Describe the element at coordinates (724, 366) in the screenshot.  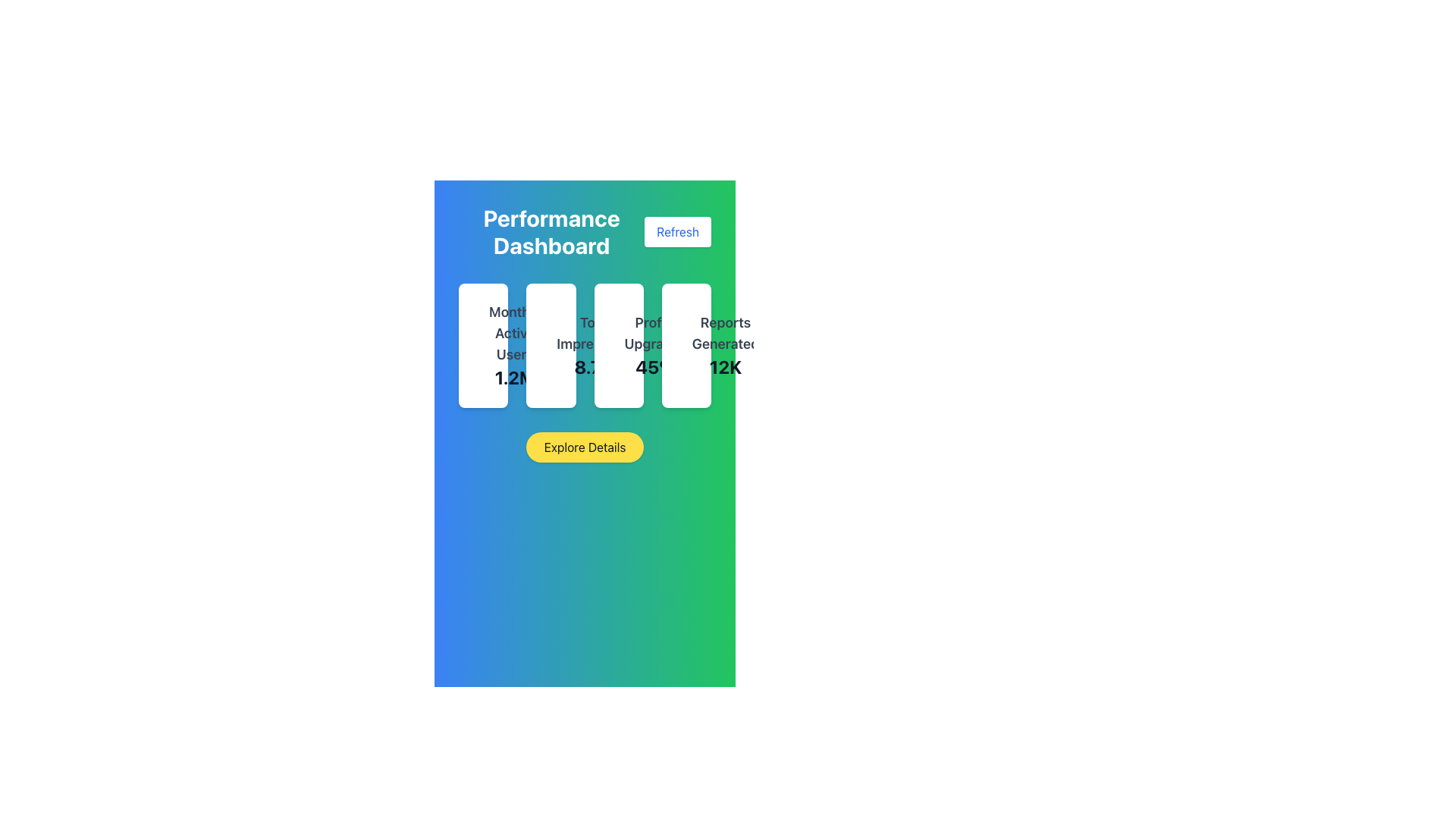
I see `the numeric data point text label that displays the count of reports generated, positioned below the 'Reports Generated' label` at that location.